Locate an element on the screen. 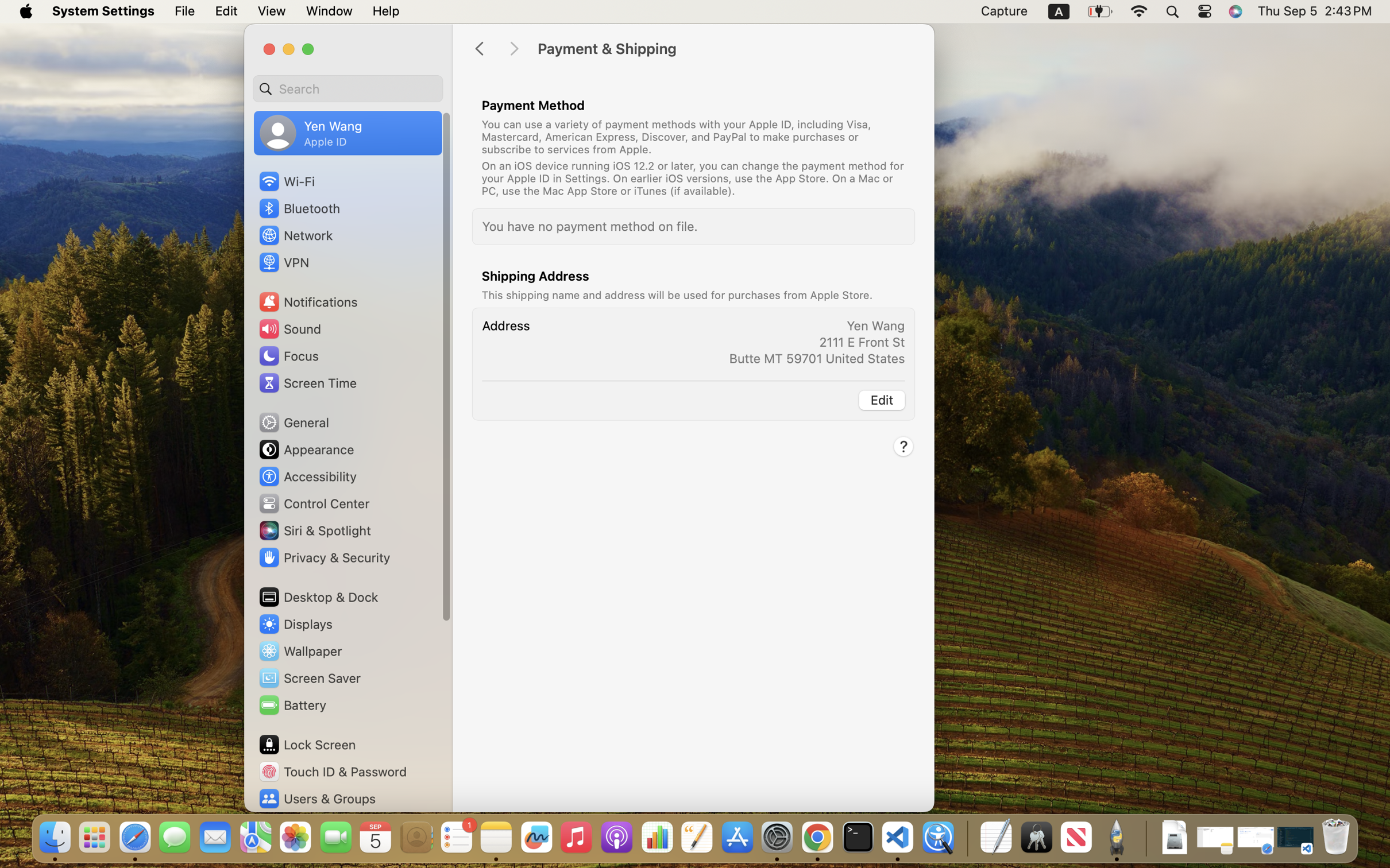  'Address' is located at coordinates (506, 325).